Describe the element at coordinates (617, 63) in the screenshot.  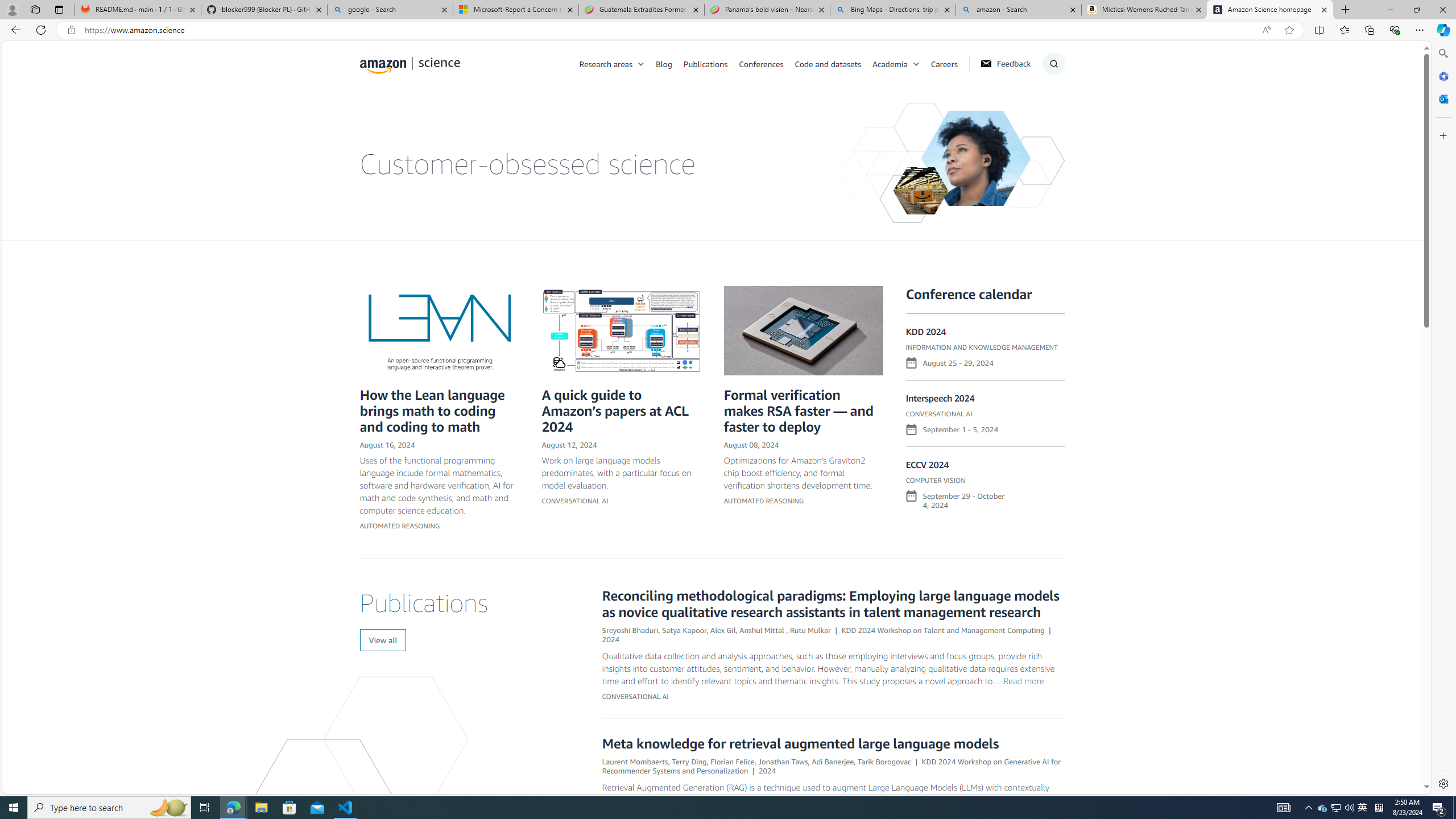
I see `'Research areas'` at that location.